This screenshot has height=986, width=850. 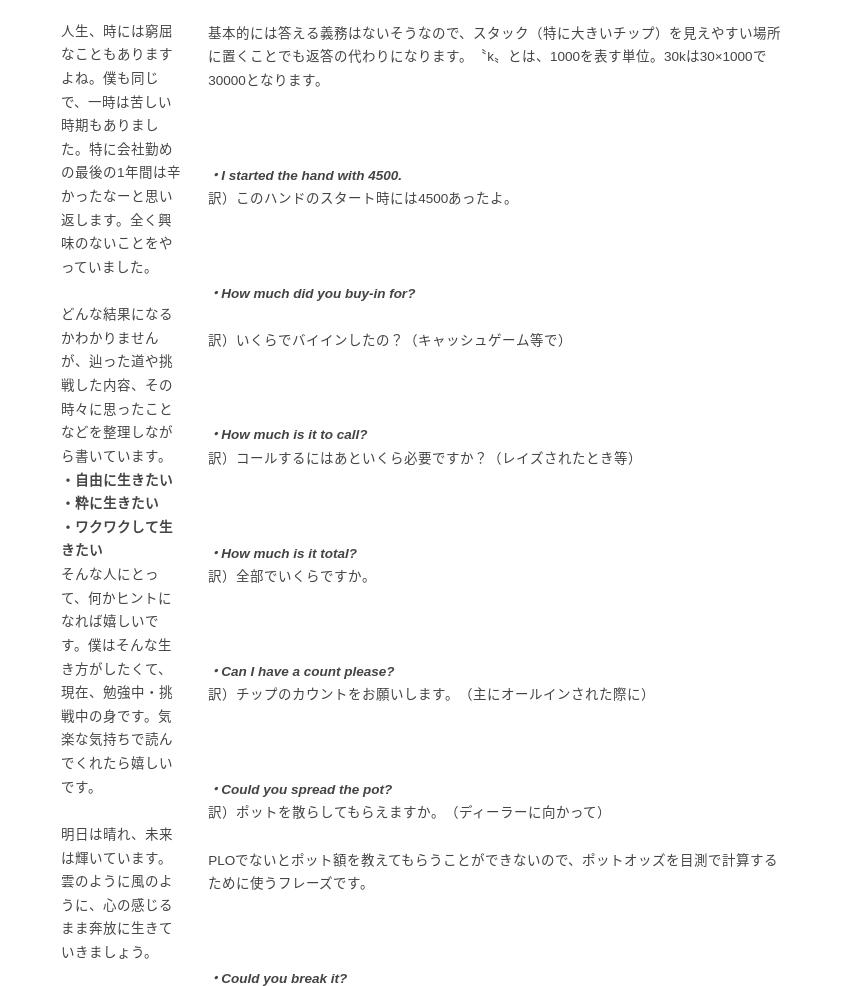 What do you see at coordinates (206, 292) in the screenshot?
I see `'・How much did you buy-in for?'` at bounding box center [206, 292].